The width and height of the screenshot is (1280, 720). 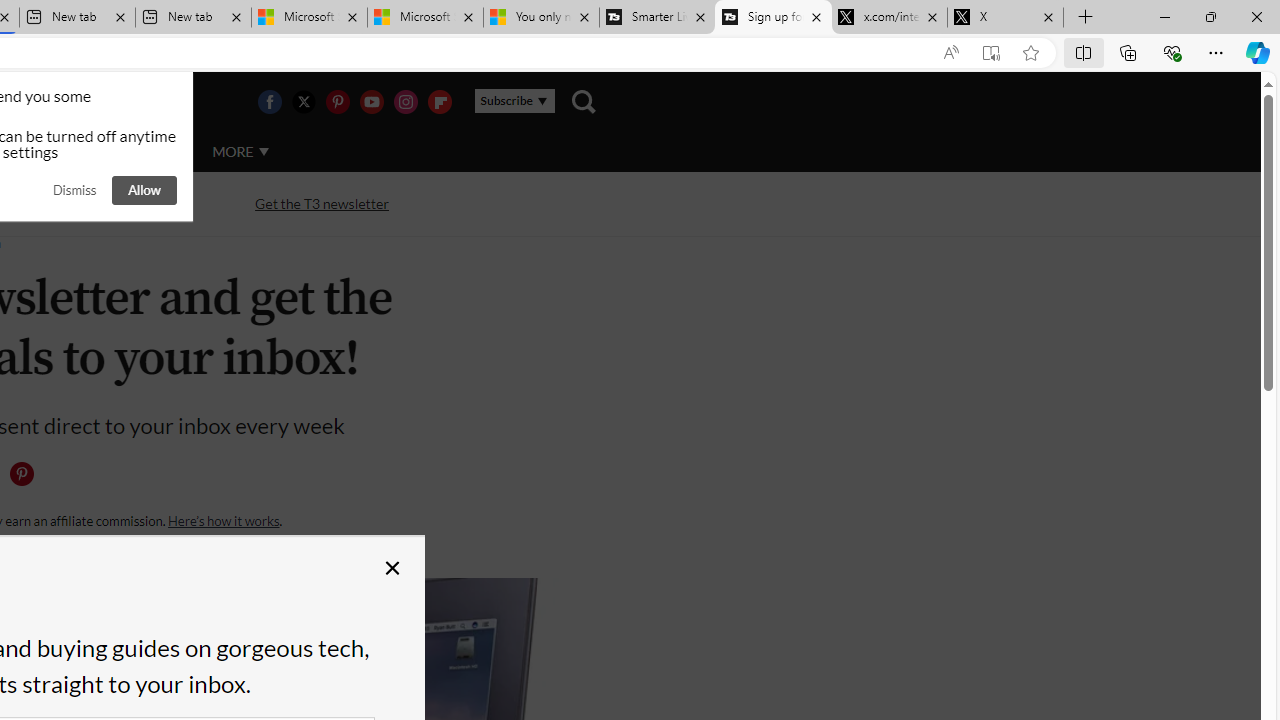 What do you see at coordinates (991, 52) in the screenshot?
I see `'Enter Immersive Reader (F9)'` at bounding box center [991, 52].